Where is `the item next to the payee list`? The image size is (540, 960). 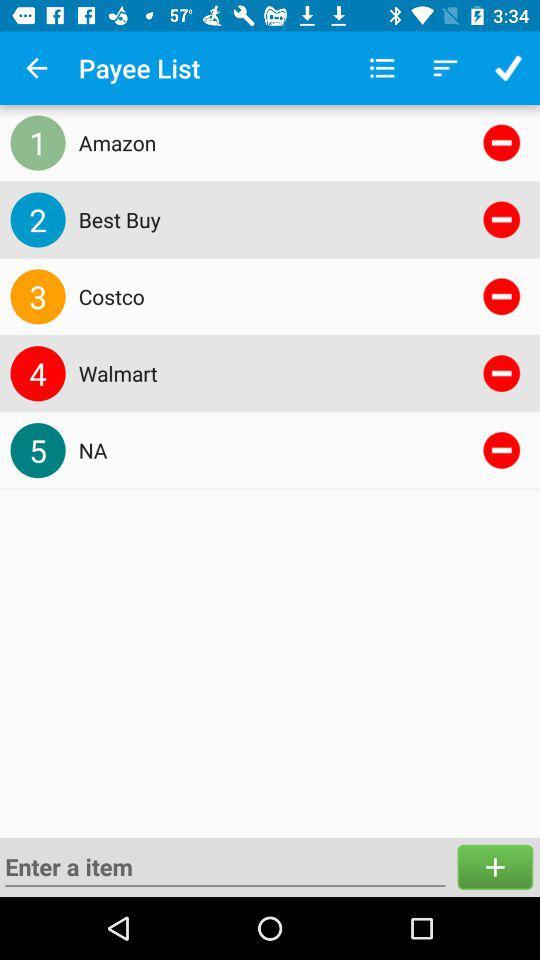 the item next to the payee list is located at coordinates (36, 68).